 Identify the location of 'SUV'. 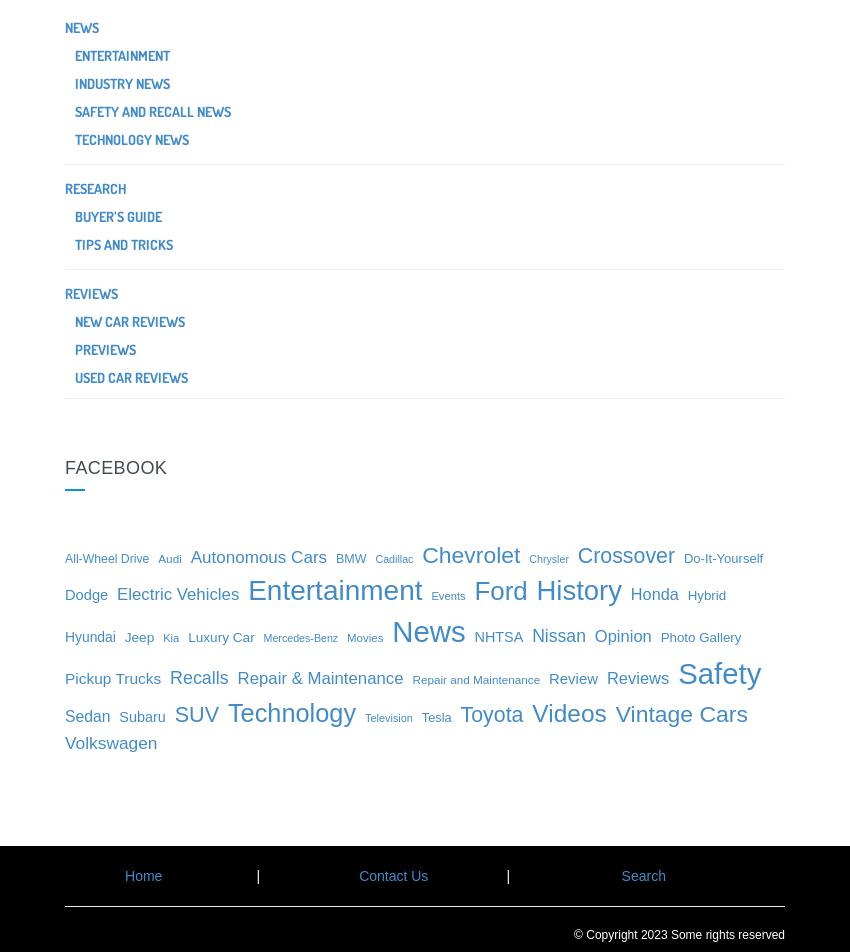
(195, 714).